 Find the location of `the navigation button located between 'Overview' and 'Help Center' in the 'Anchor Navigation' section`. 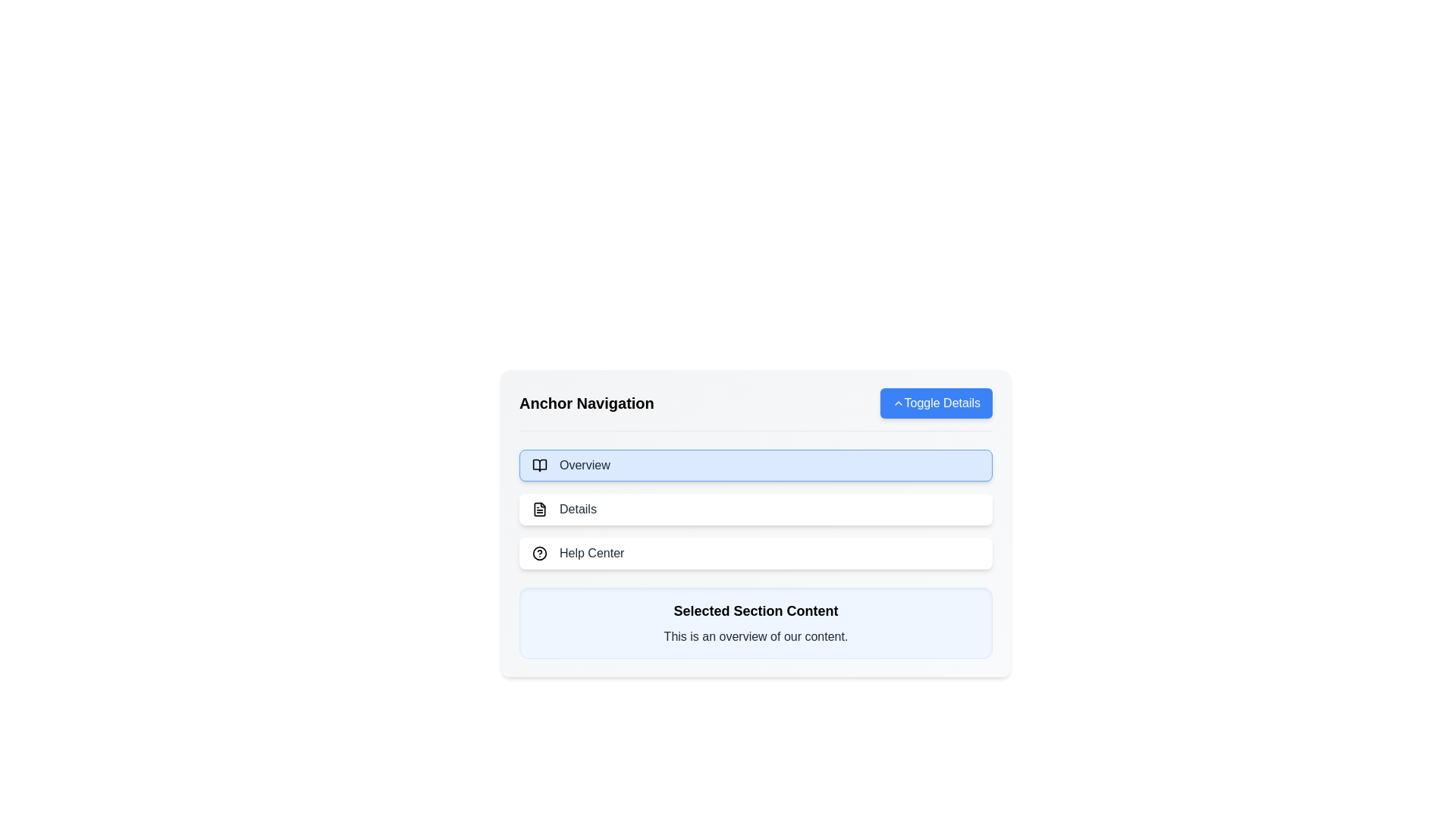

the navigation button located between 'Overview' and 'Help Center' in the 'Anchor Navigation' section is located at coordinates (756, 509).